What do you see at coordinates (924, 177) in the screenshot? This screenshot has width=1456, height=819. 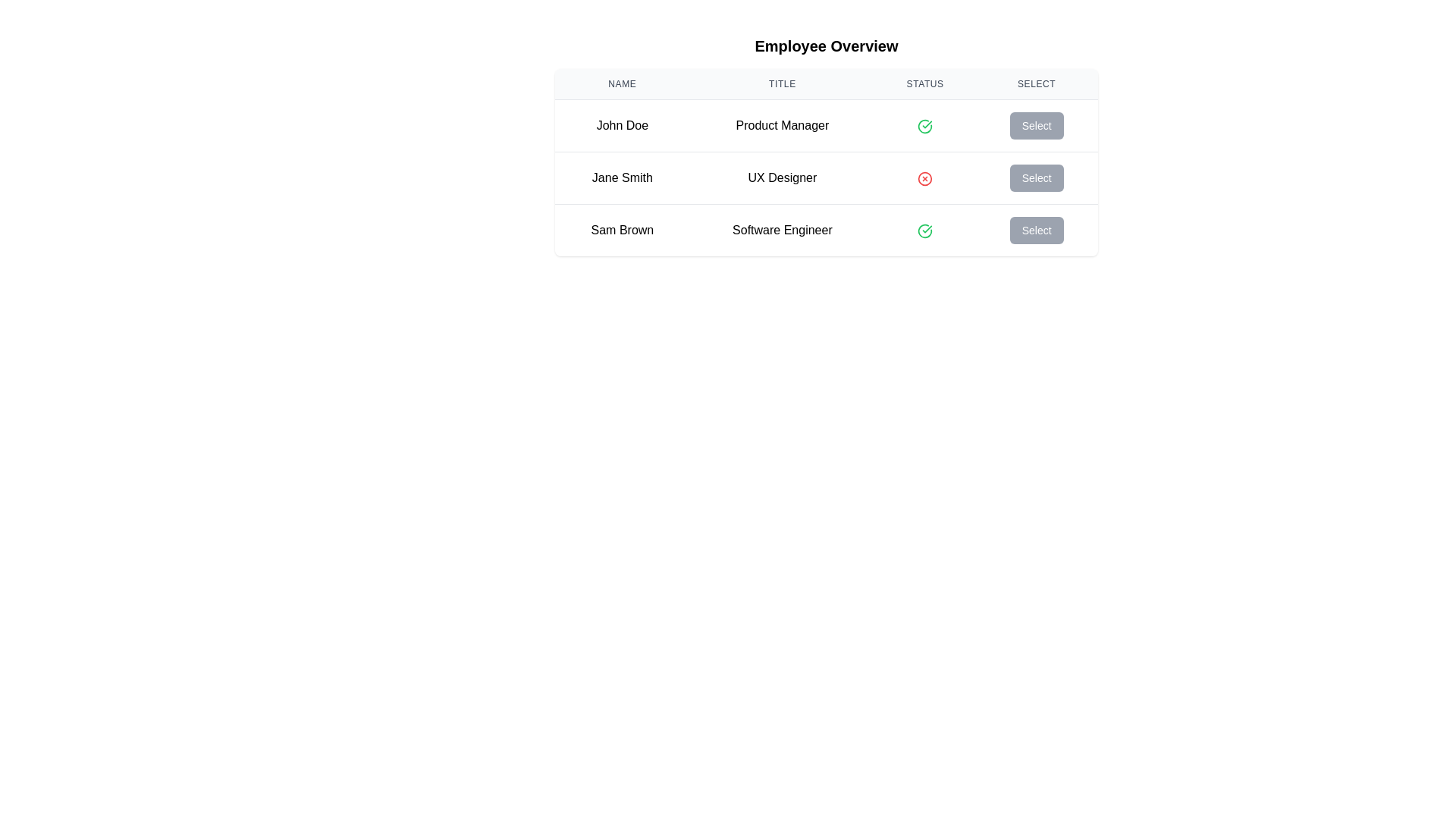 I see `the error status icon located in the 'STATUS' column of the table row for 'Jane Smith', which is the second row` at bounding box center [924, 177].